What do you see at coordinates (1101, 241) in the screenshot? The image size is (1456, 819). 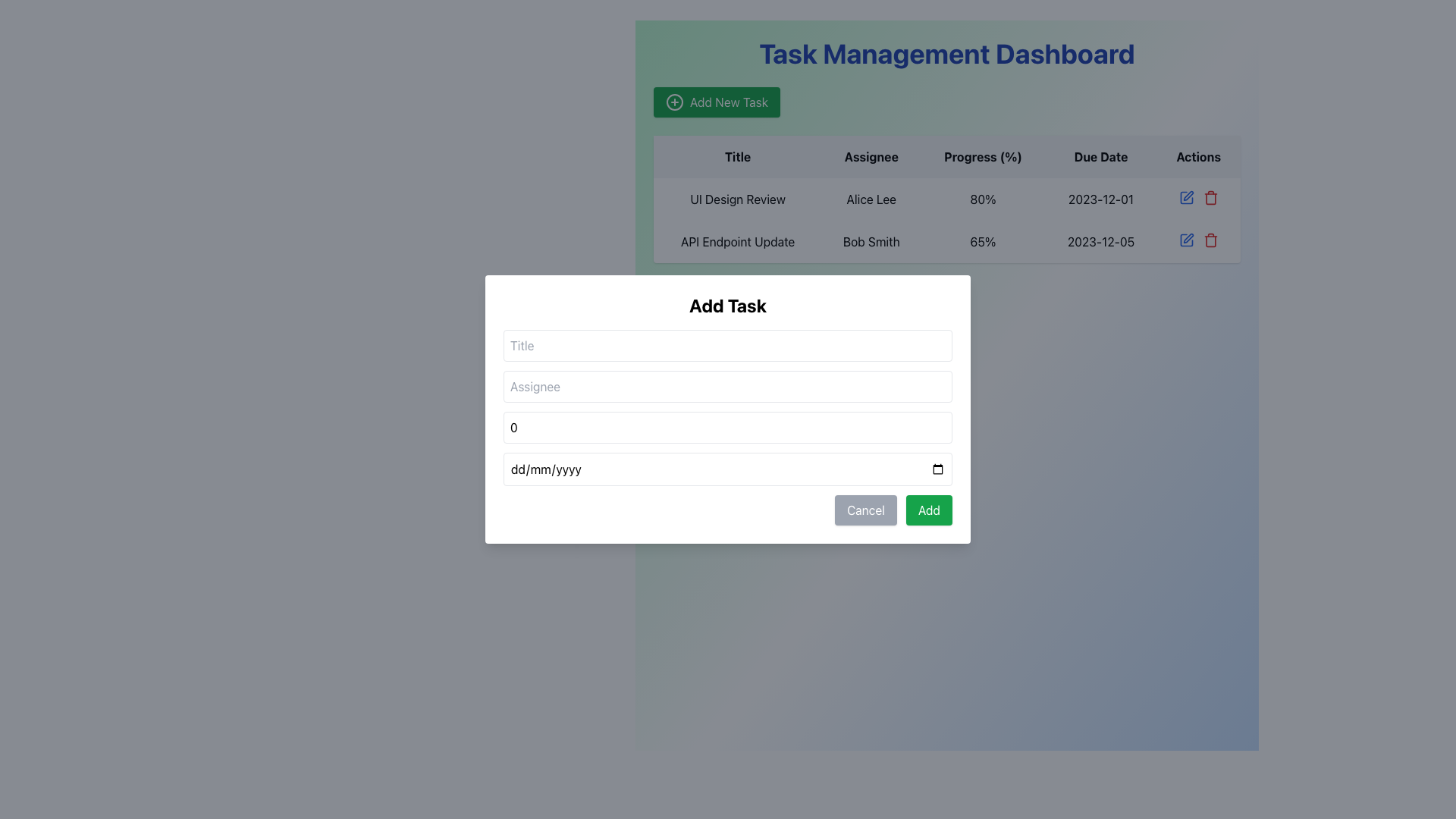 I see `the text indicating the due date of the task 'API Endpoint Update', which is located in the 'Due Date' column of the task details table` at bounding box center [1101, 241].